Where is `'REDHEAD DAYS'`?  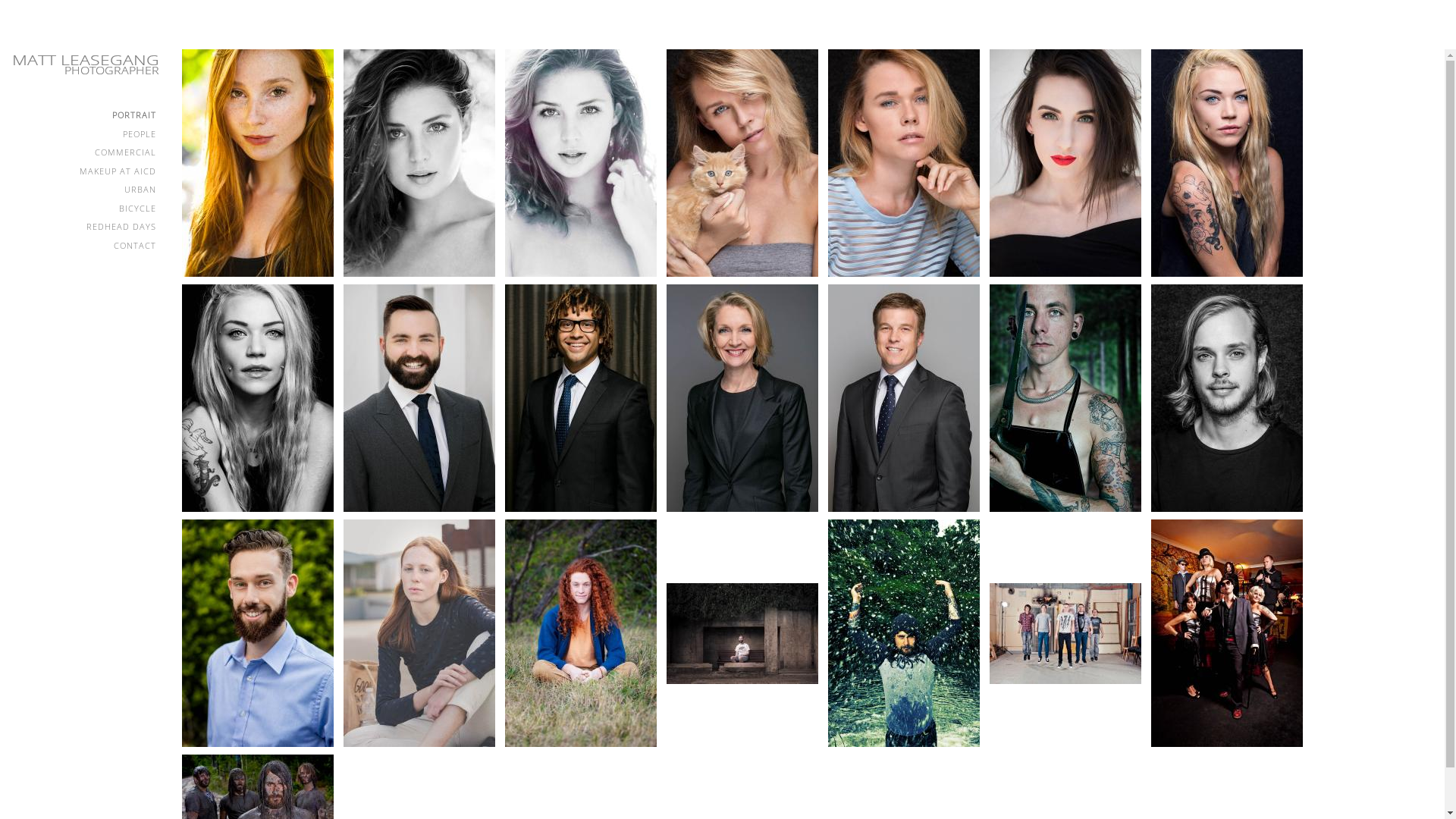 'REDHEAD DAYS' is located at coordinates (83, 227).